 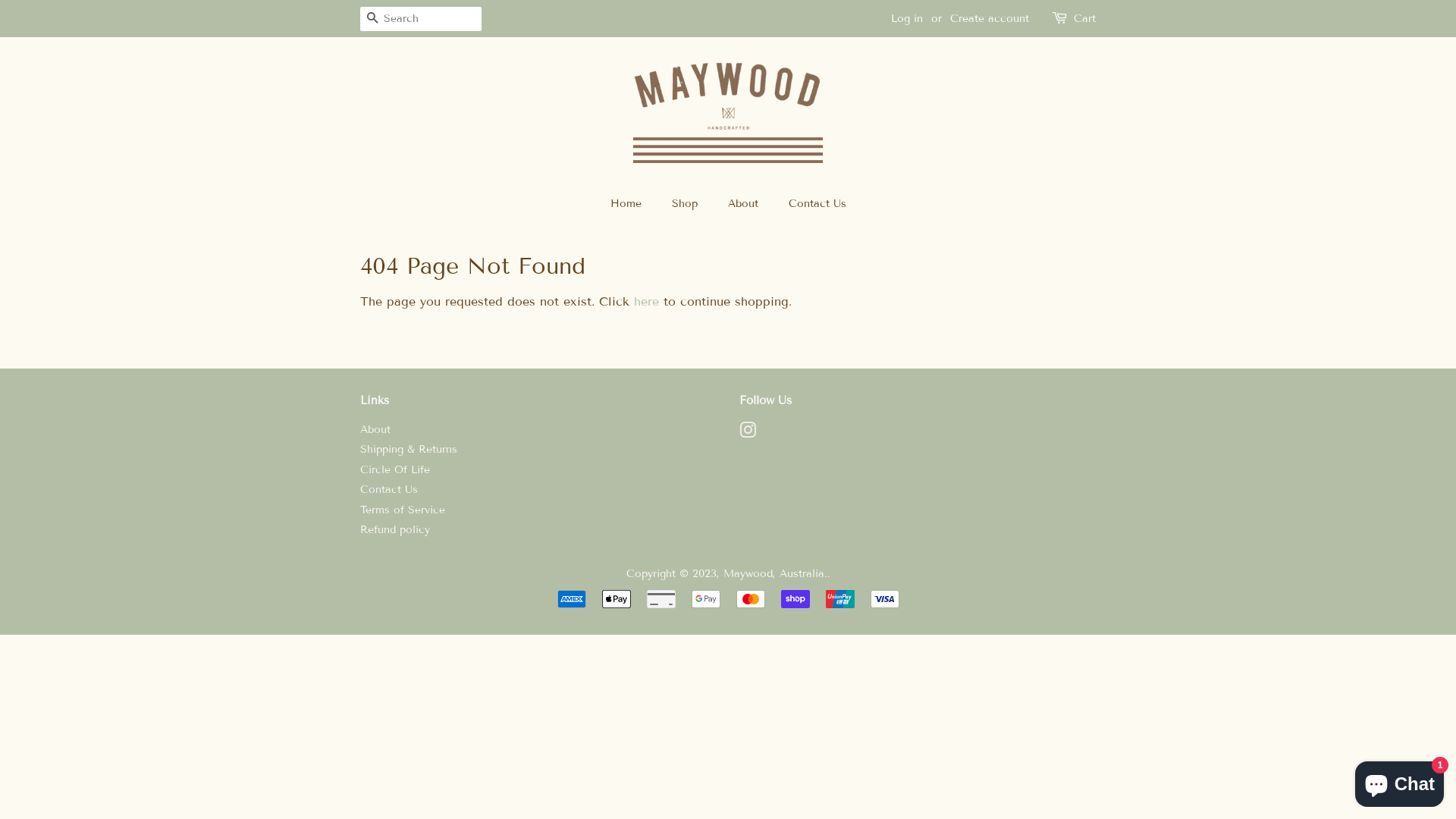 What do you see at coordinates (389, 489) in the screenshot?
I see `'Contact Us'` at bounding box center [389, 489].